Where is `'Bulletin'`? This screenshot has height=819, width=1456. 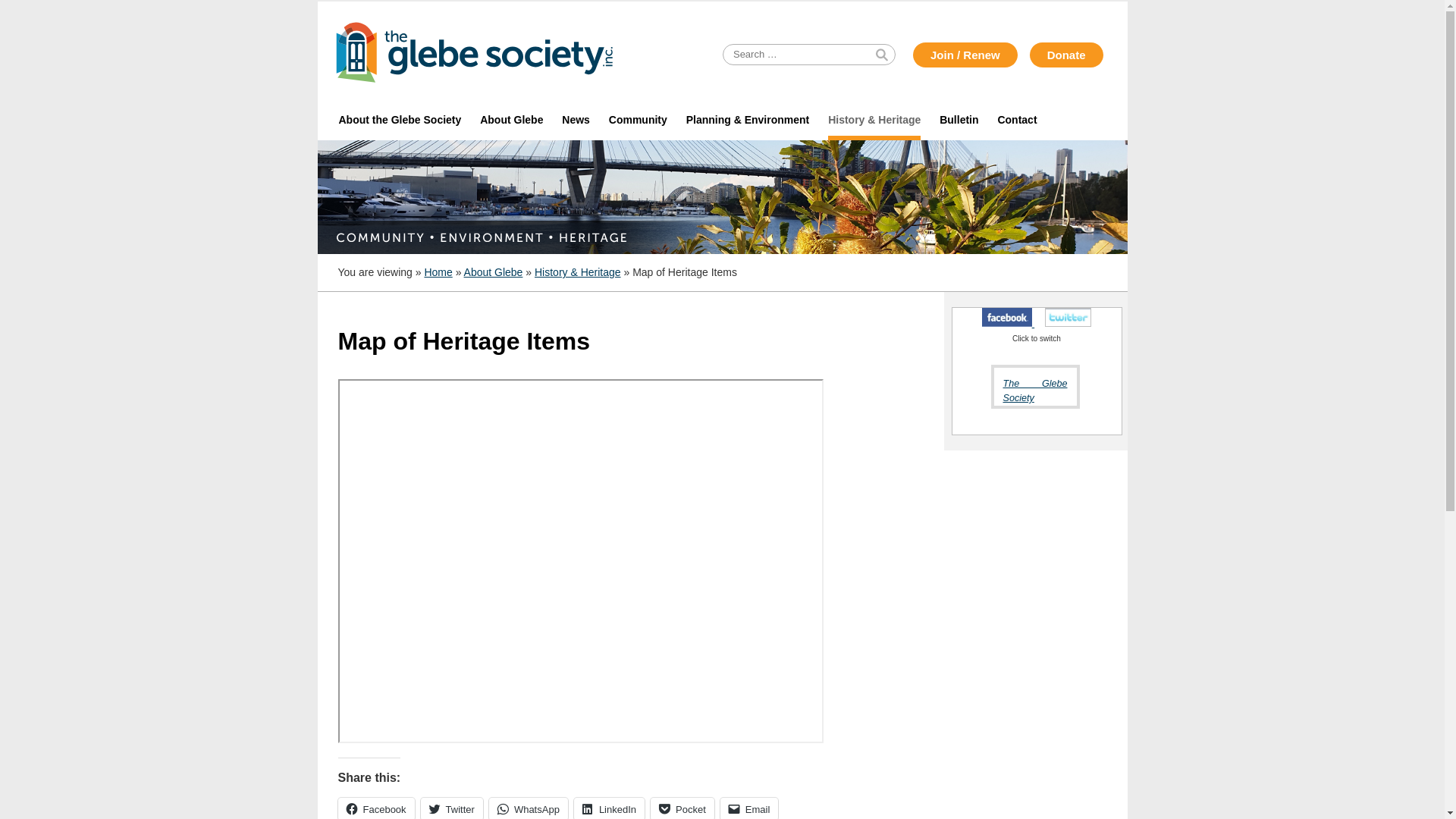 'Bulletin' is located at coordinates (959, 119).